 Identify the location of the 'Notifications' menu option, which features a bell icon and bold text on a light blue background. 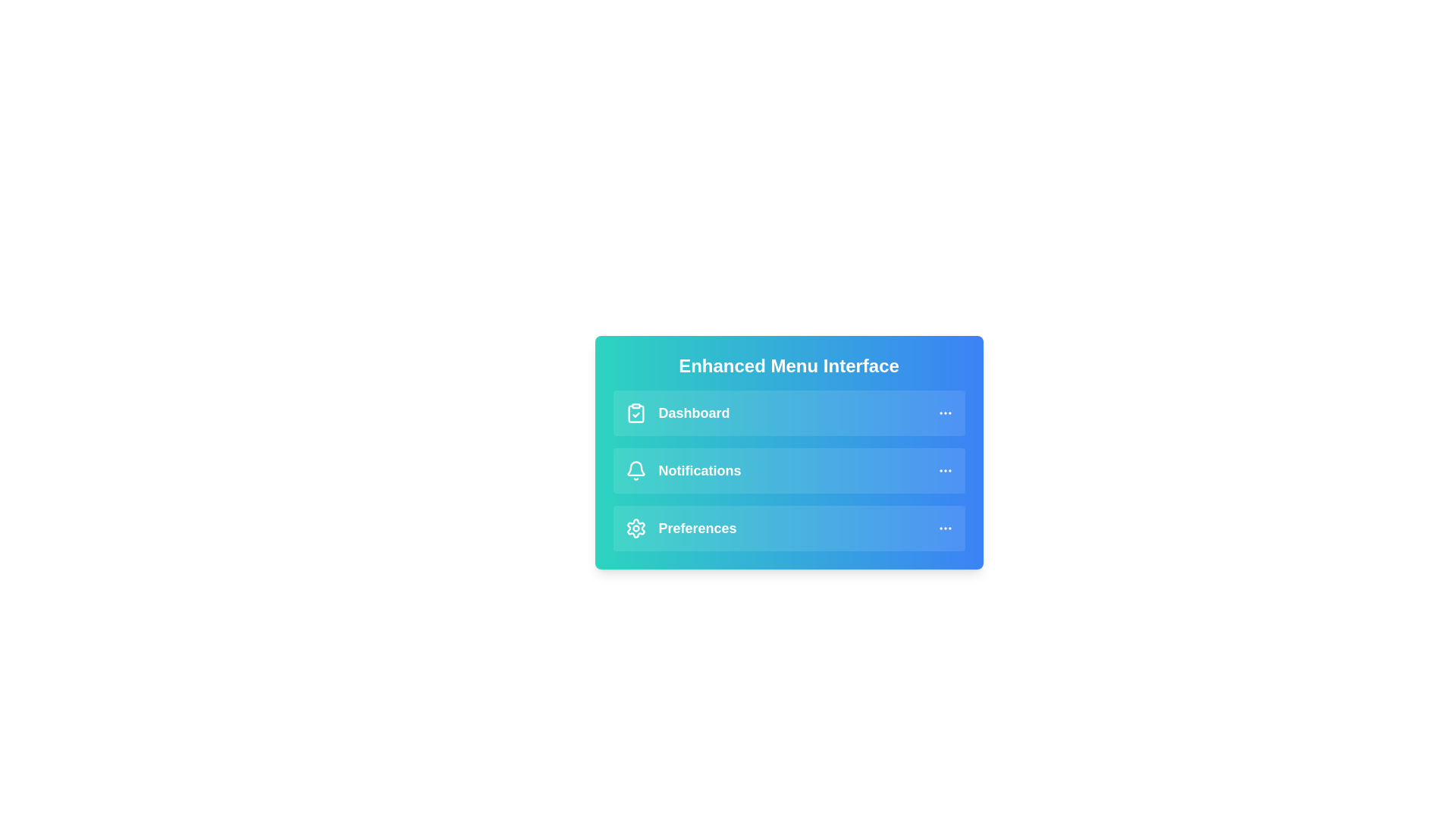
(682, 470).